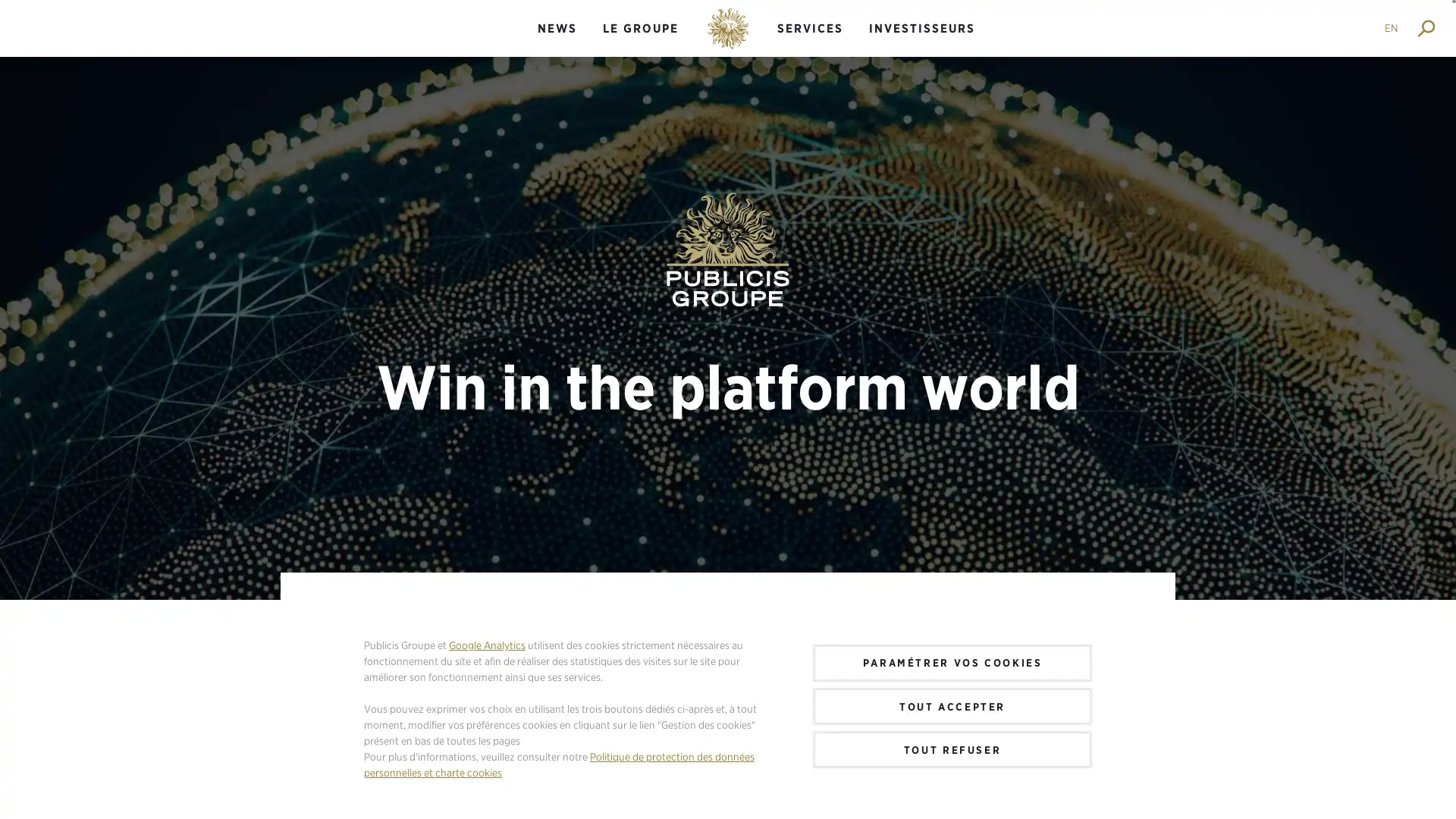 The height and width of the screenshot is (819, 1456). What do you see at coordinates (952, 705) in the screenshot?
I see `TOUT ACCEPTER TOUT ACCEPTER` at bounding box center [952, 705].